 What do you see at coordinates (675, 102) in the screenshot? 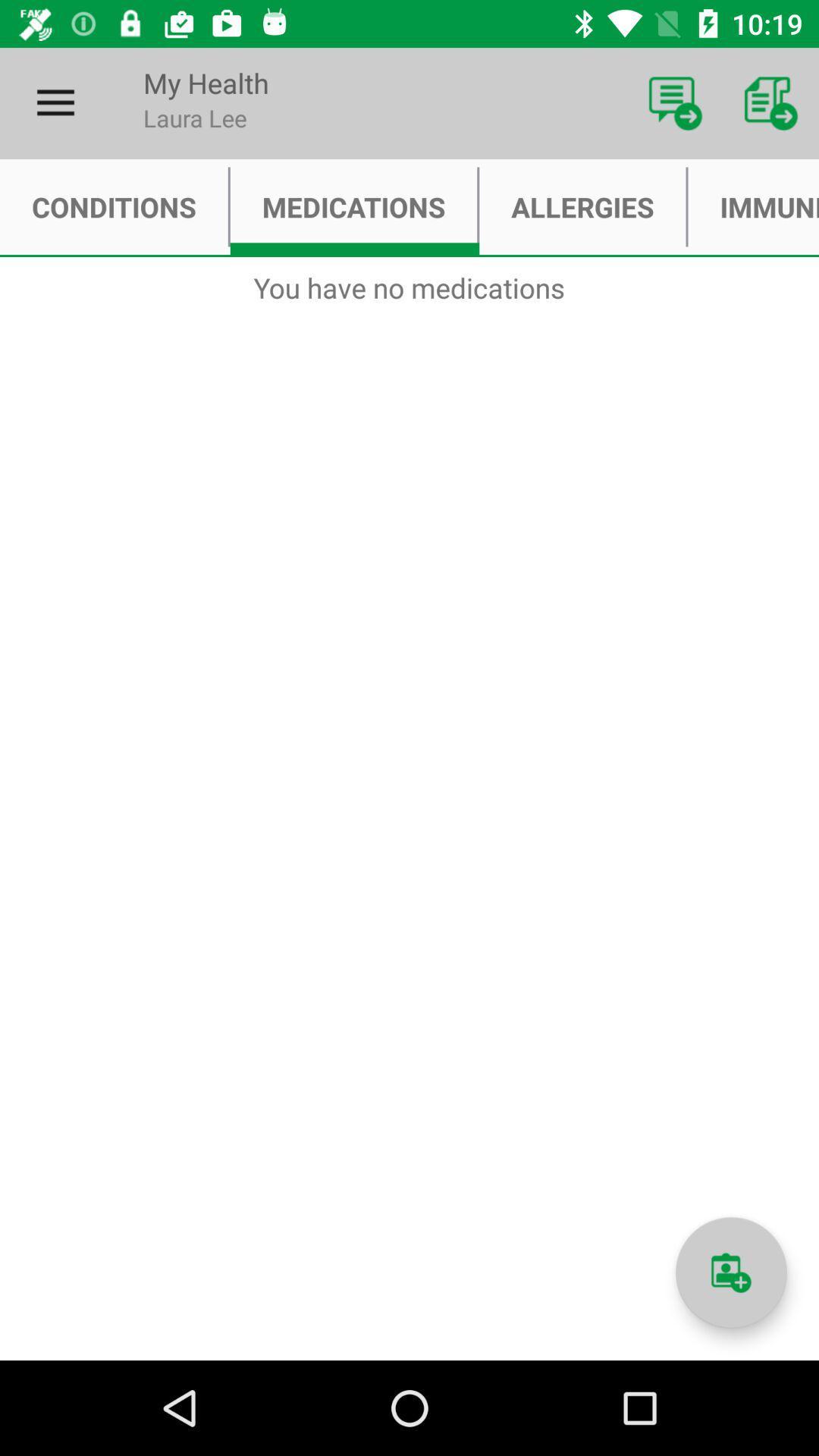
I see `item above the allergies item` at bounding box center [675, 102].